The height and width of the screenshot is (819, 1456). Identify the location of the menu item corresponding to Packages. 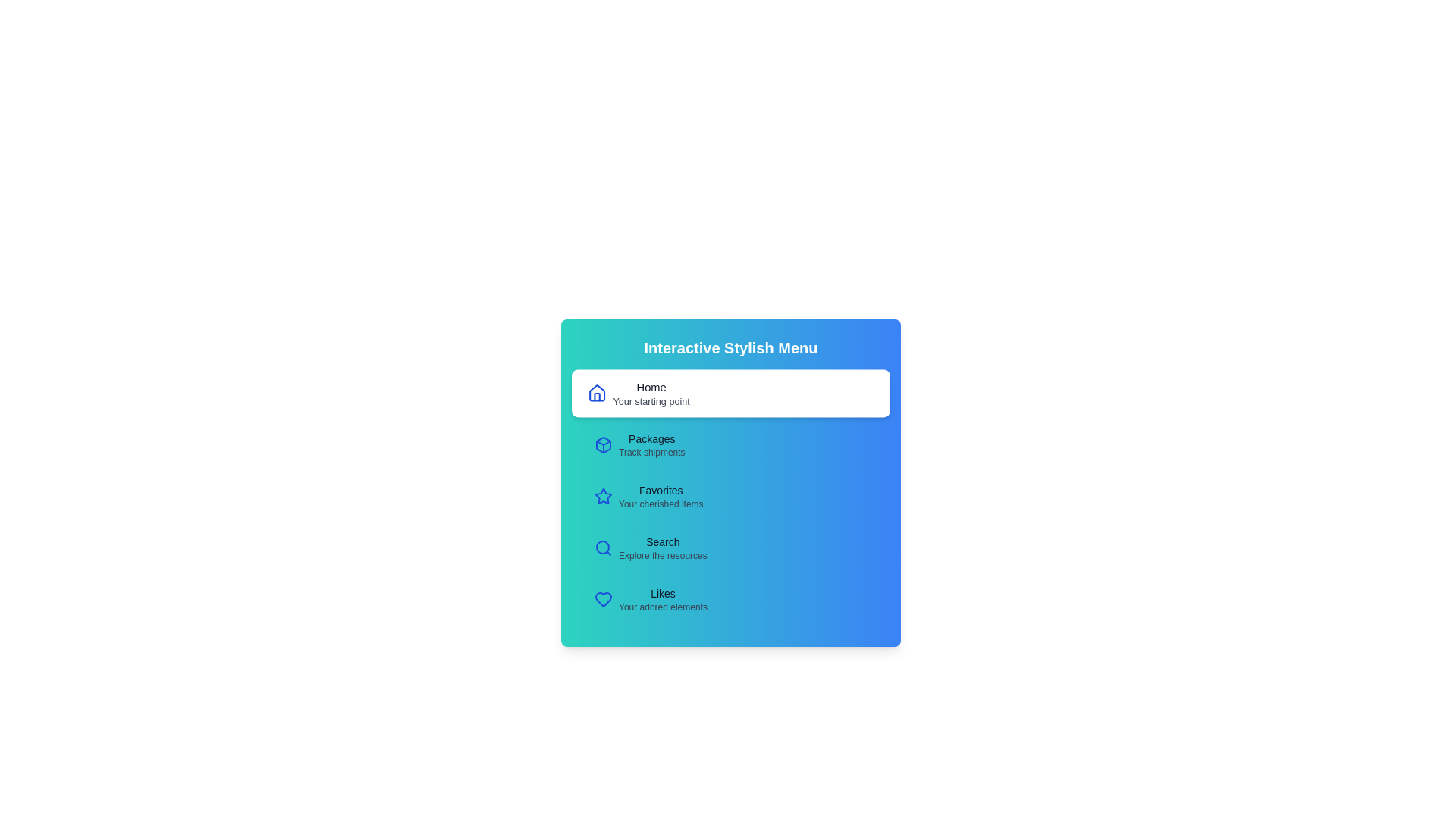
(731, 444).